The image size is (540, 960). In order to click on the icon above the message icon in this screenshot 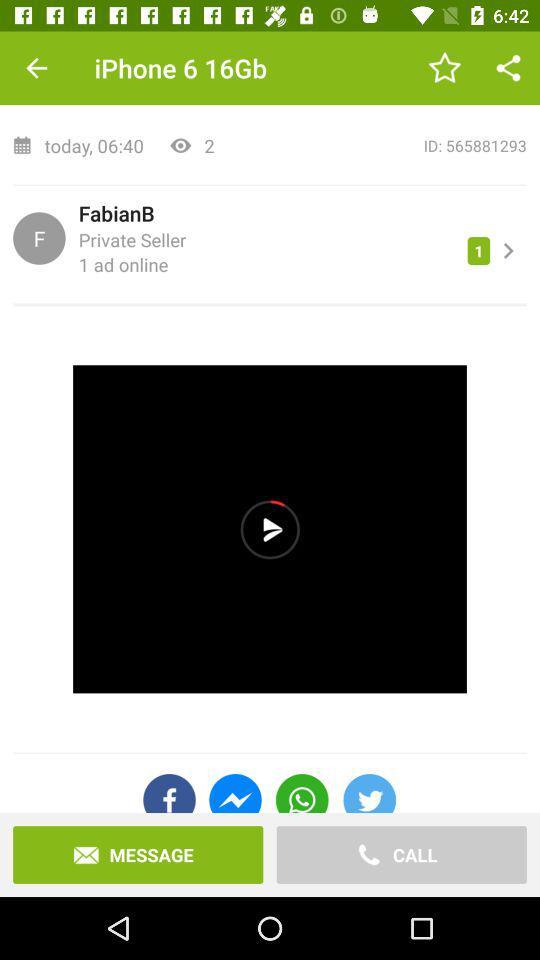, I will do `click(234, 793)`.